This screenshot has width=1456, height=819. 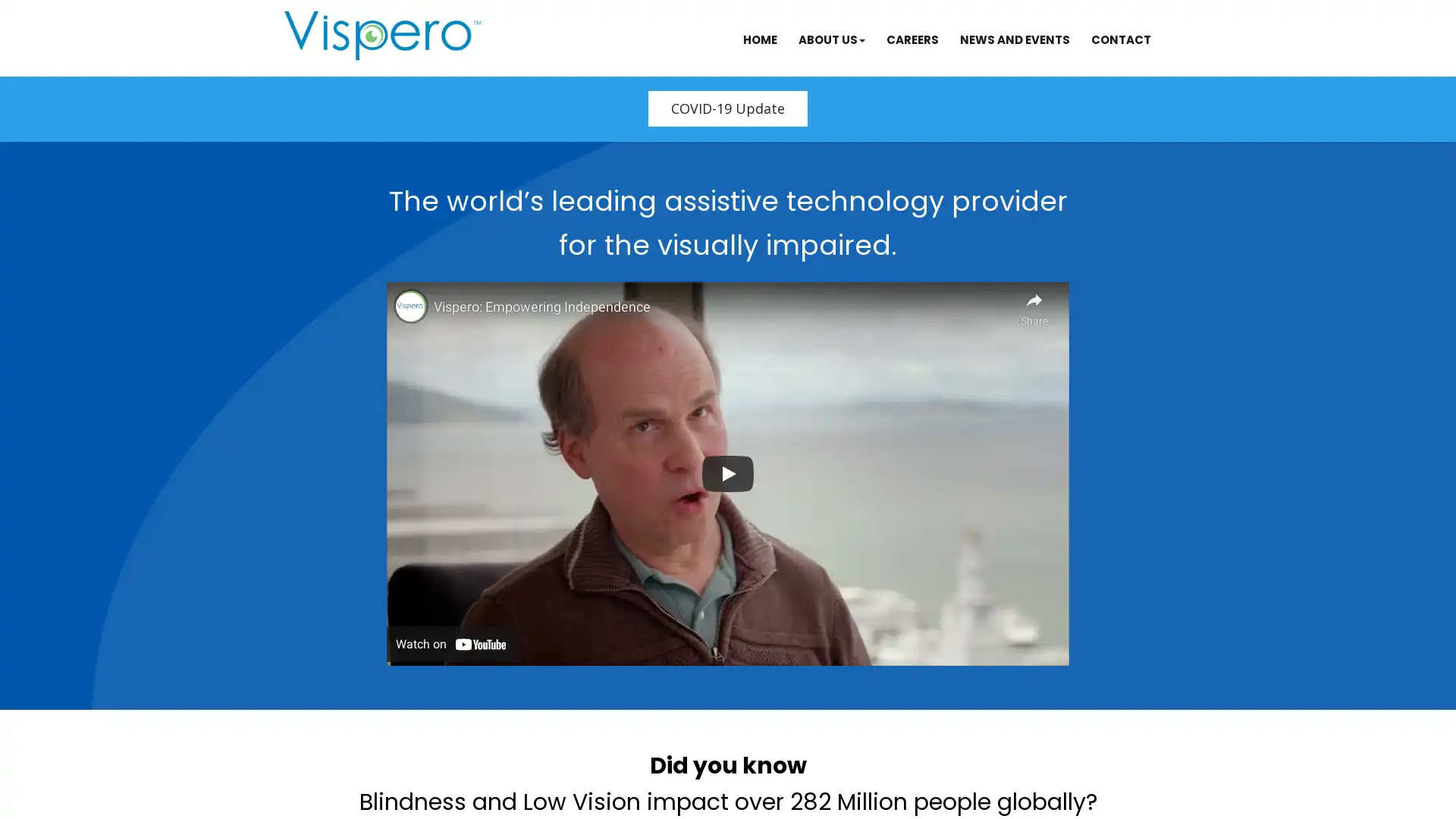 What do you see at coordinates (728, 108) in the screenshot?
I see `COVID-19 Update` at bounding box center [728, 108].